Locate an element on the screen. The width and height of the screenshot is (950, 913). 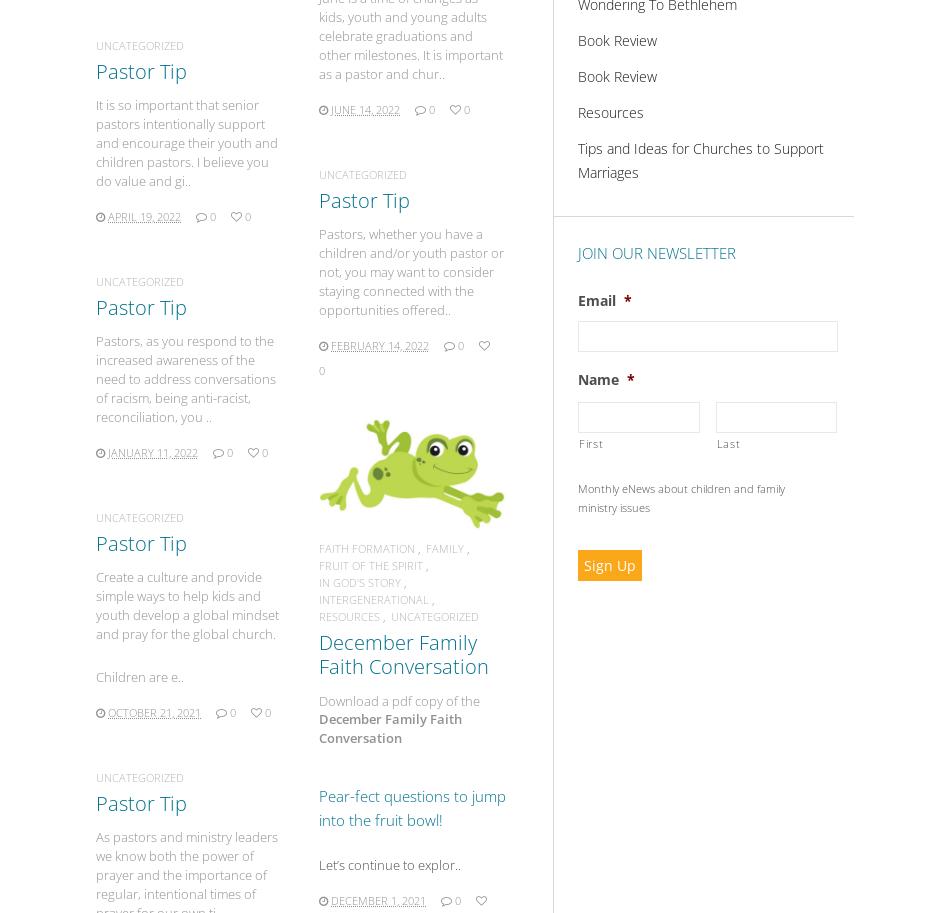
'June 14, 2022' is located at coordinates (364, 108).